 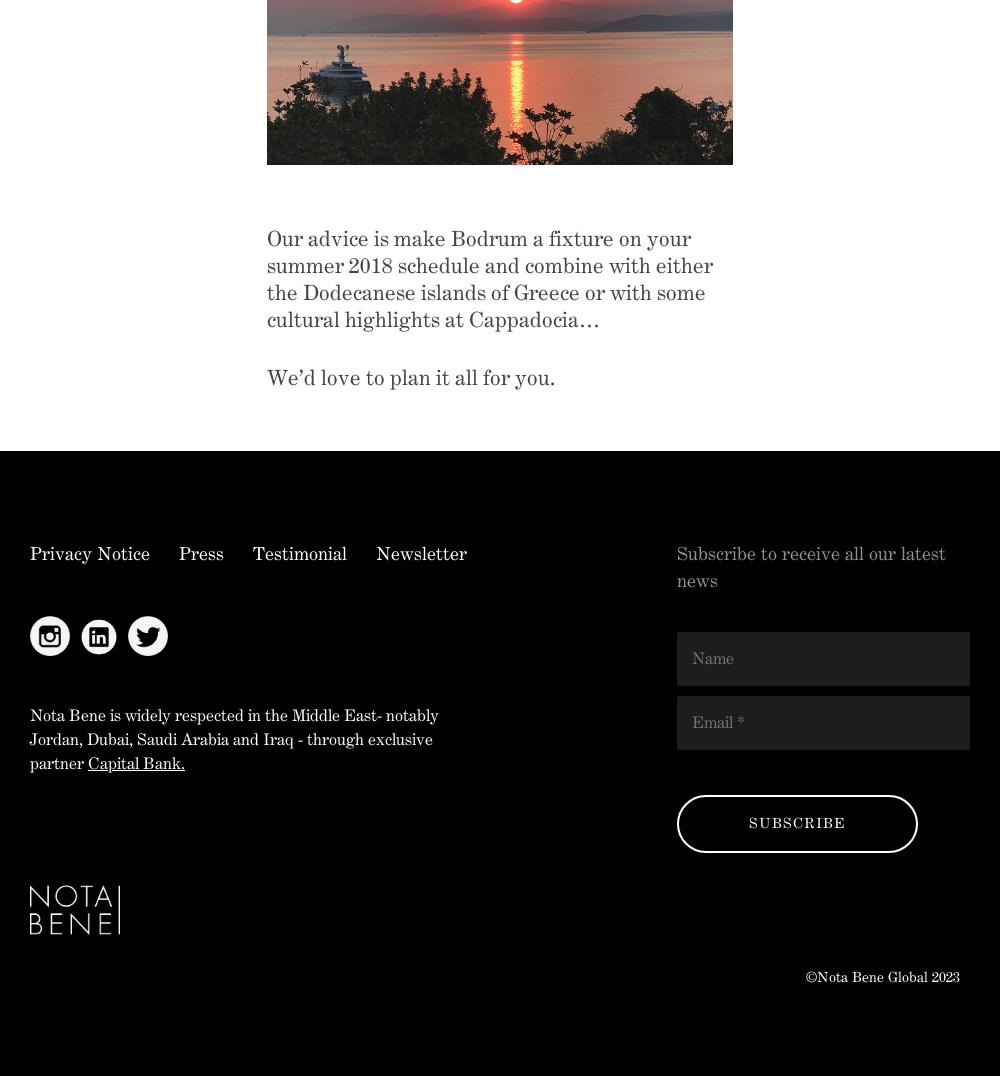 What do you see at coordinates (810, 565) in the screenshot?
I see `'Subscribe to receive all our latest news'` at bounding box center [810, 565].